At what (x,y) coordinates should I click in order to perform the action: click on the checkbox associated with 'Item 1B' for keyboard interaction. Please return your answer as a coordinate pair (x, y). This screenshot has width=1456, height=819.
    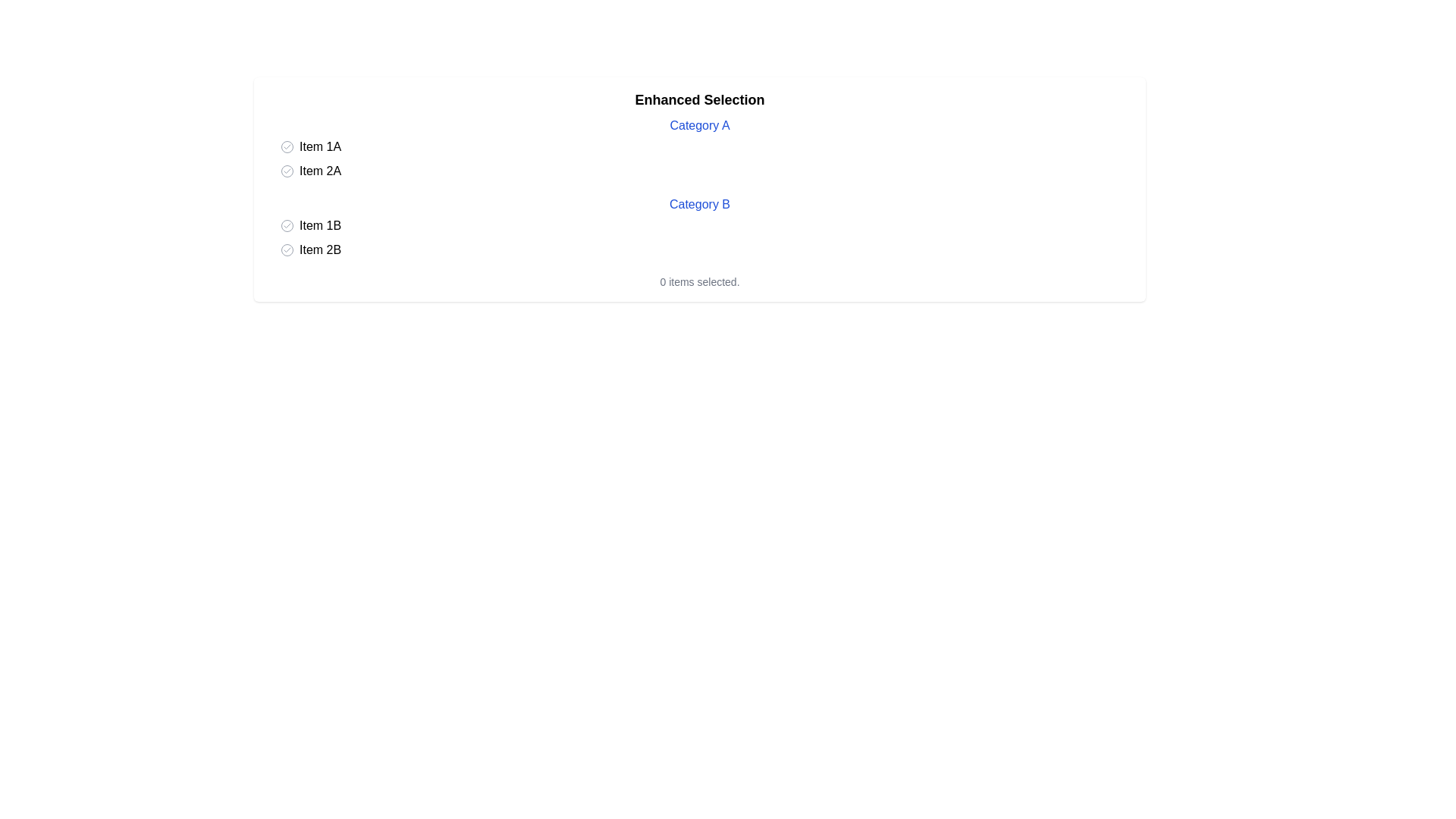
    Looking at the image, I should click on (287, 225).